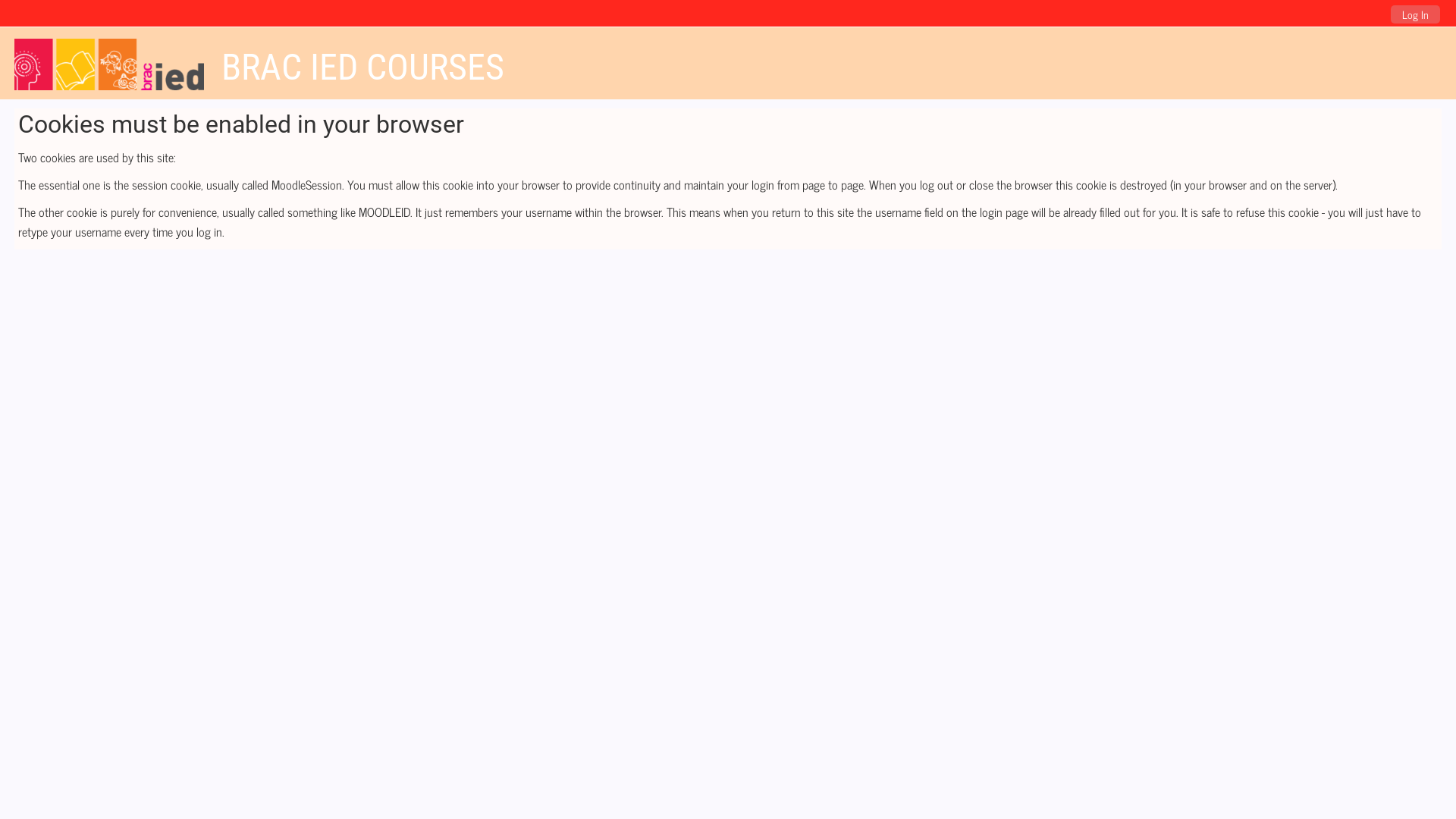 Image resolution: width=1456 pixels, height=819 pixels. I want to click on 'Log In', so click(1414, 14).